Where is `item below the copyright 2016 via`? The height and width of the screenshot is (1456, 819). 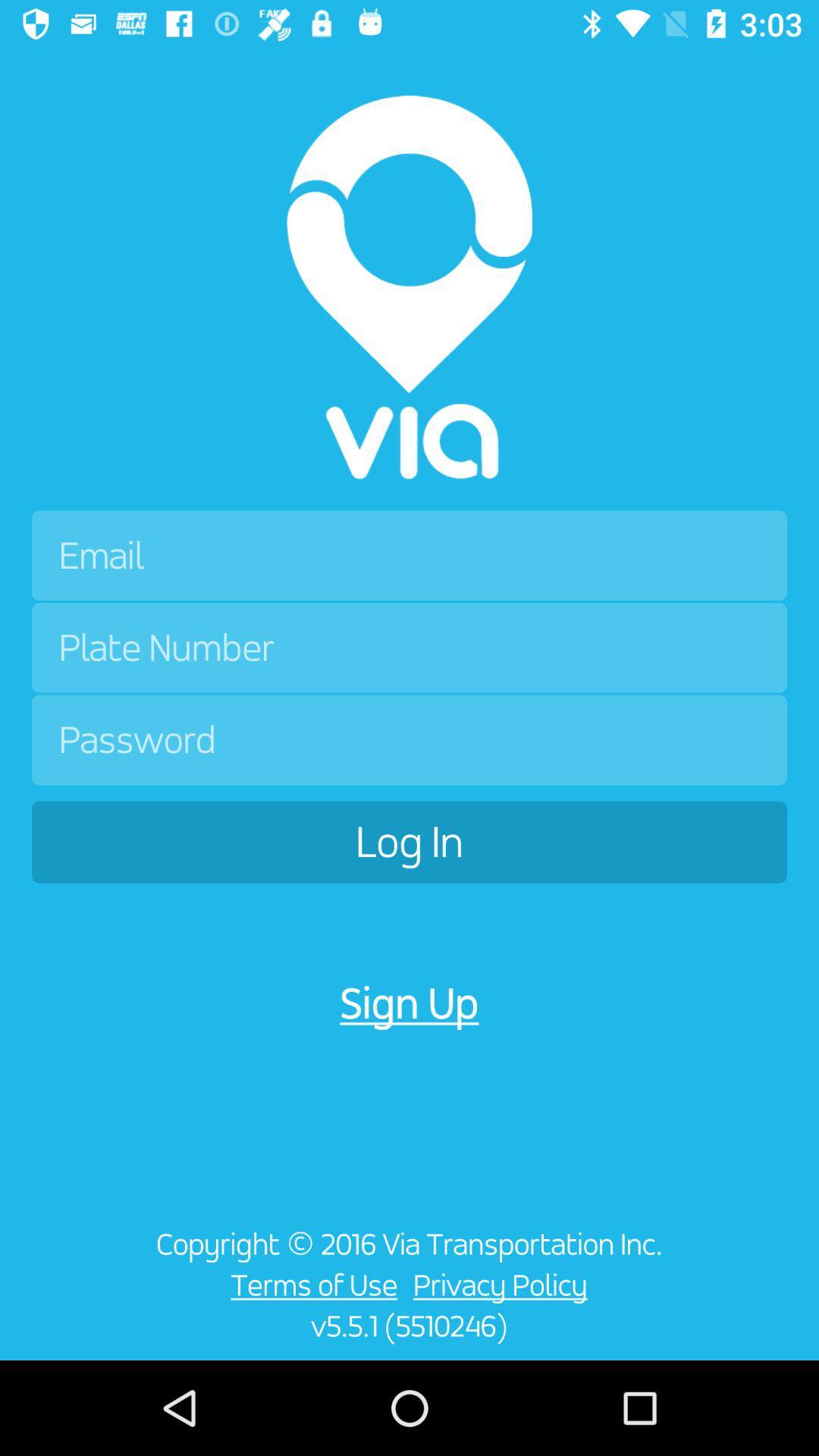
item below the copyright 2016 via is located at coordinates (309, 1284).